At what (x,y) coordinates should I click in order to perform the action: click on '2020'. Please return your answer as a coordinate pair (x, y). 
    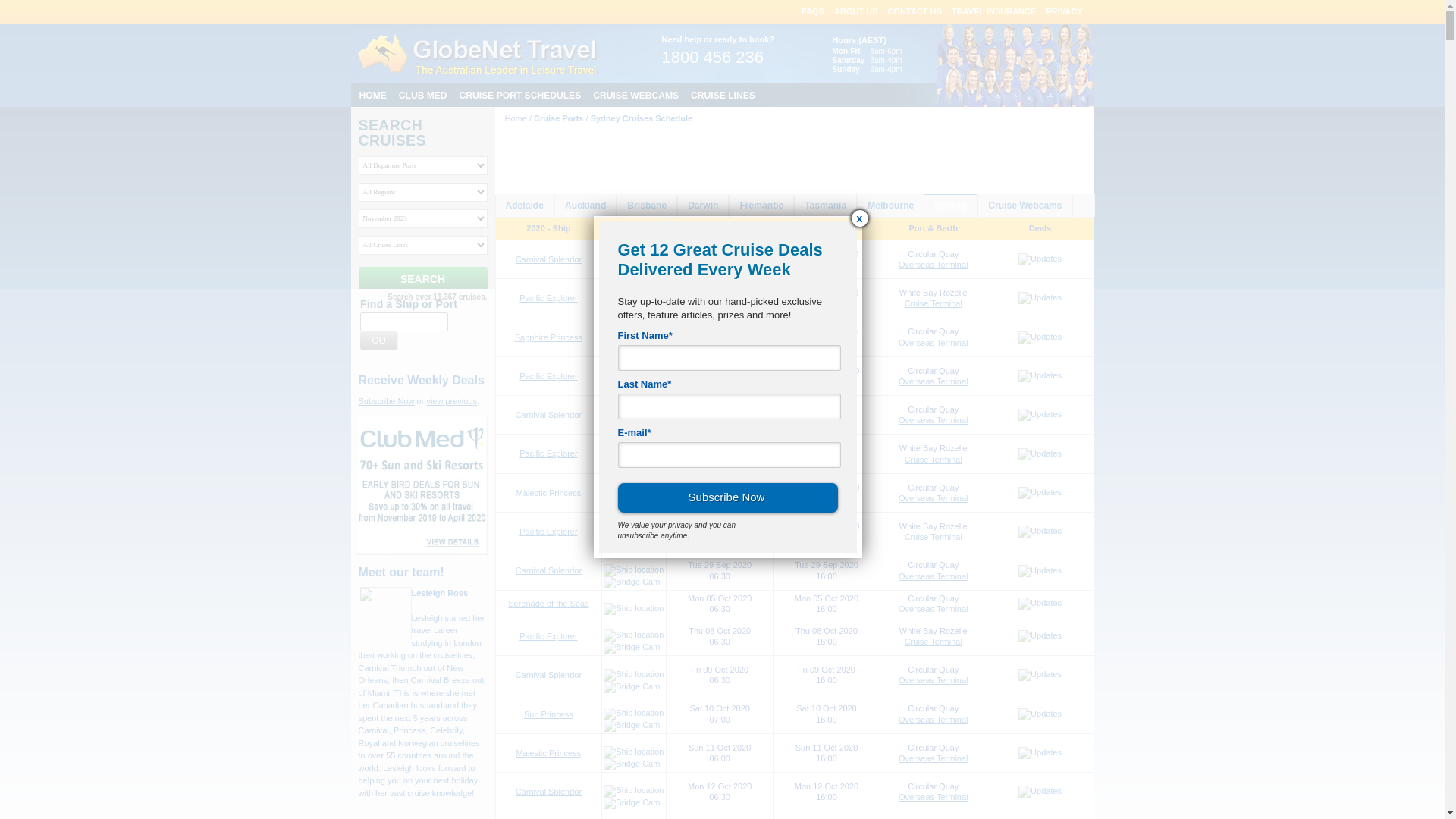
    Looking at the image, I should click on (657, 167).